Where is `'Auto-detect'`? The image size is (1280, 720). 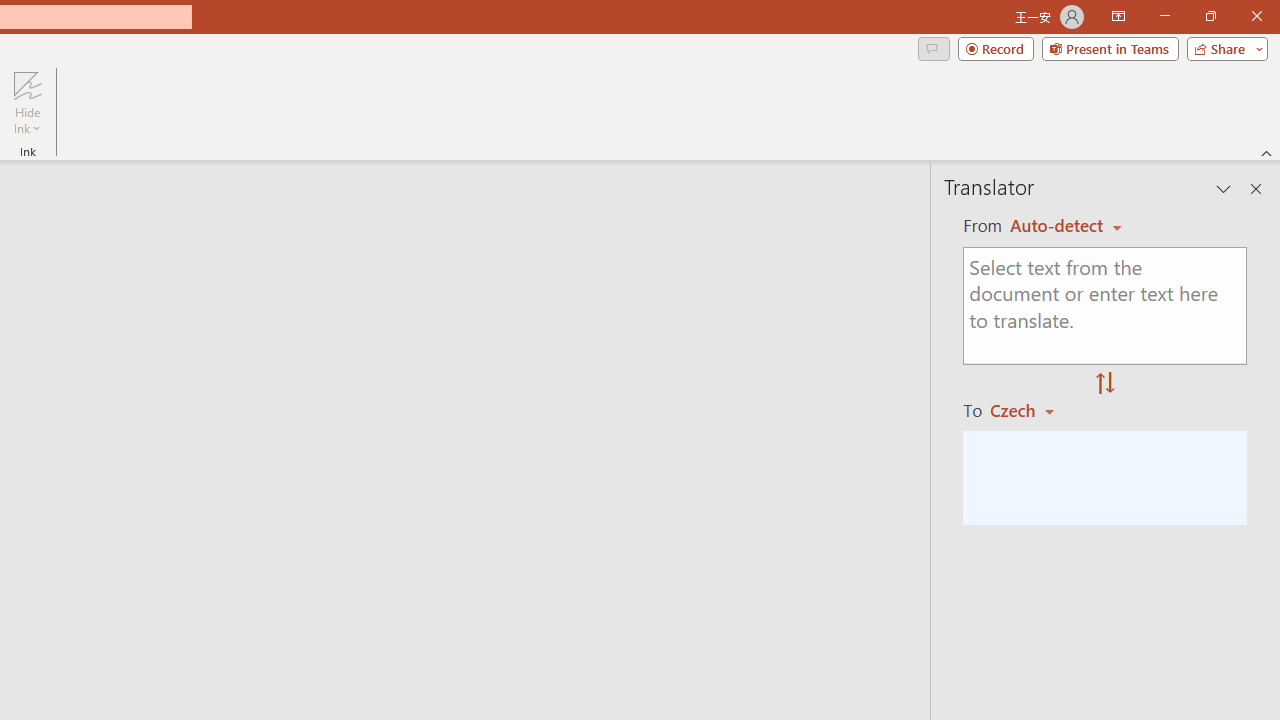
'Auto-detect' is located at coordinates (1065, 225).